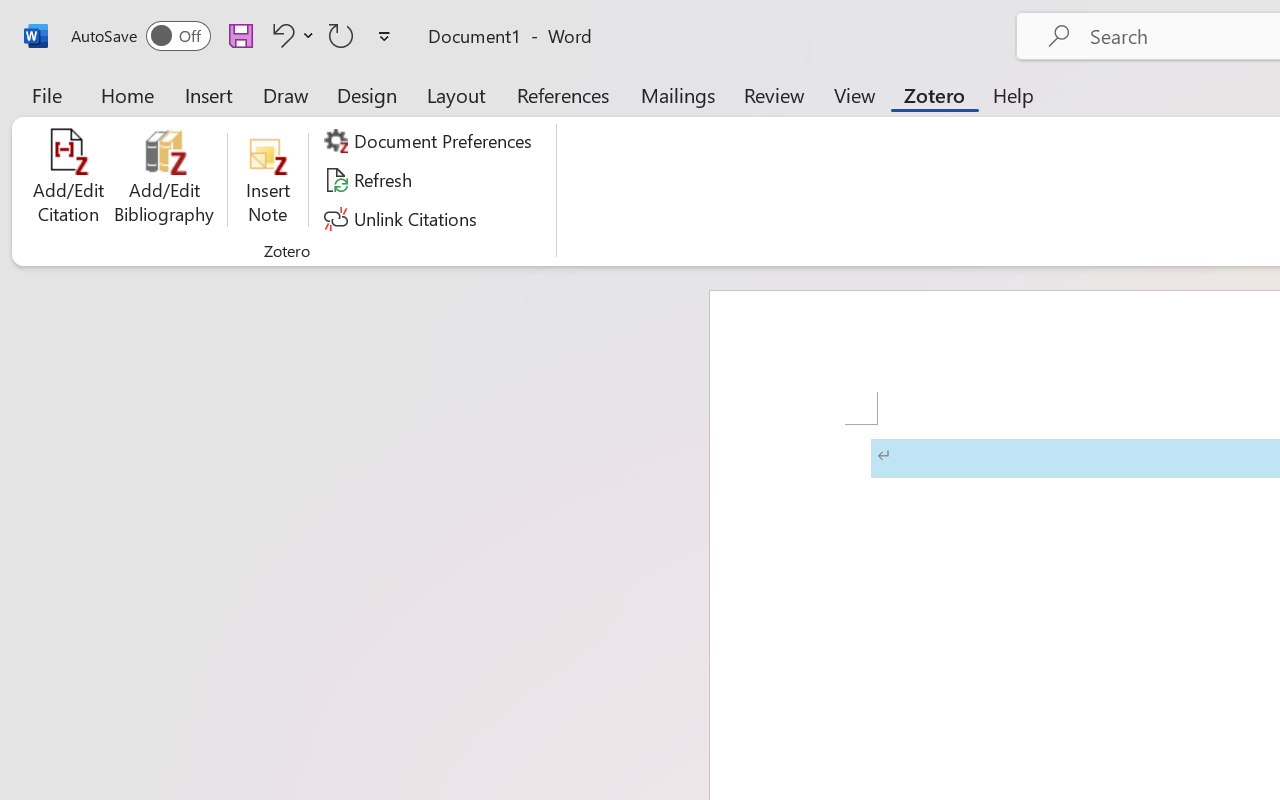 The width and height of the screenshot is (1280, 800). Describe the element at coordinates (341, 34) in the screenshot. I see `'Repeat Style'` at that location.